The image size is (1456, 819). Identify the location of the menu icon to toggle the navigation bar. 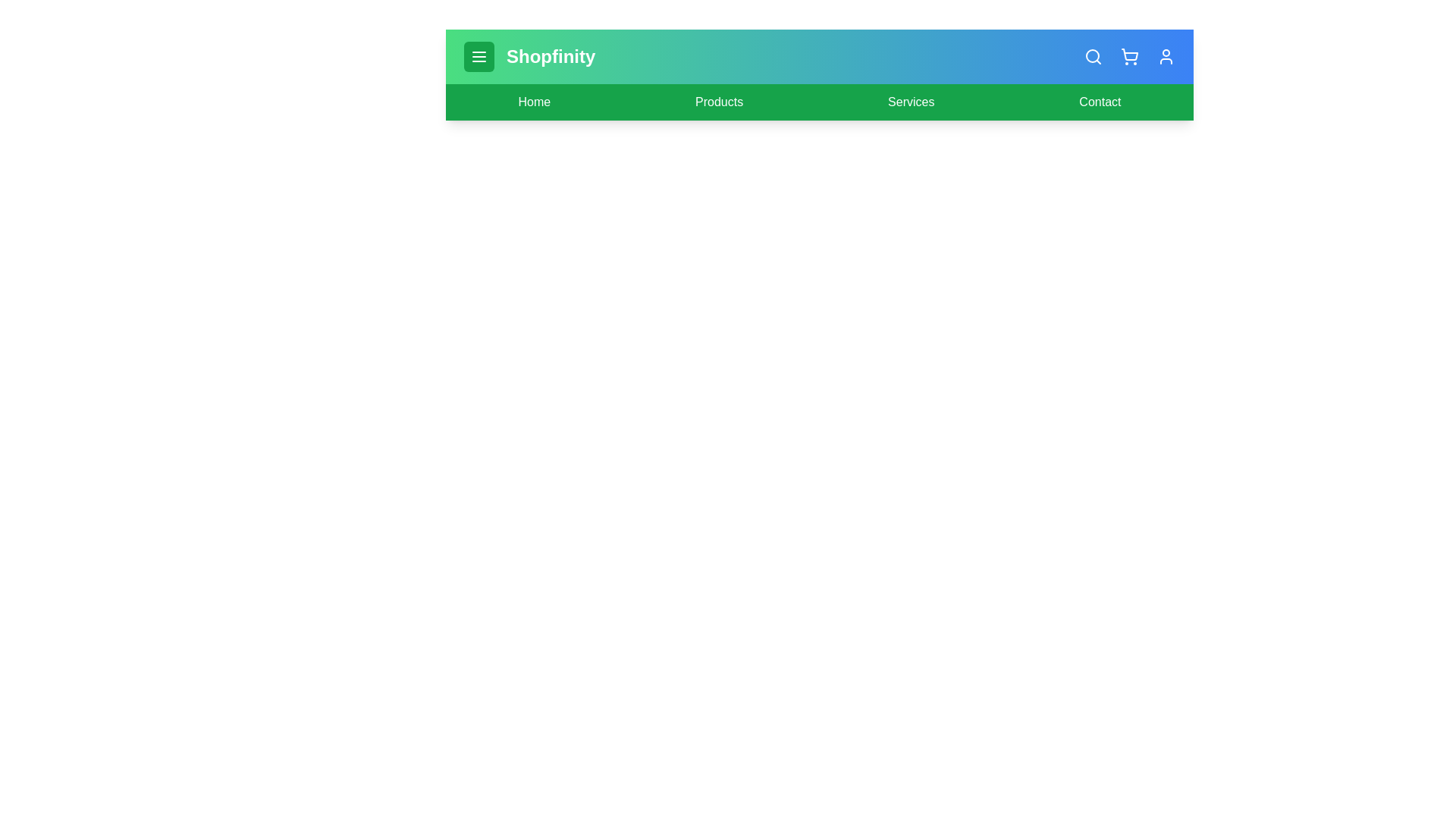
(479, 55).